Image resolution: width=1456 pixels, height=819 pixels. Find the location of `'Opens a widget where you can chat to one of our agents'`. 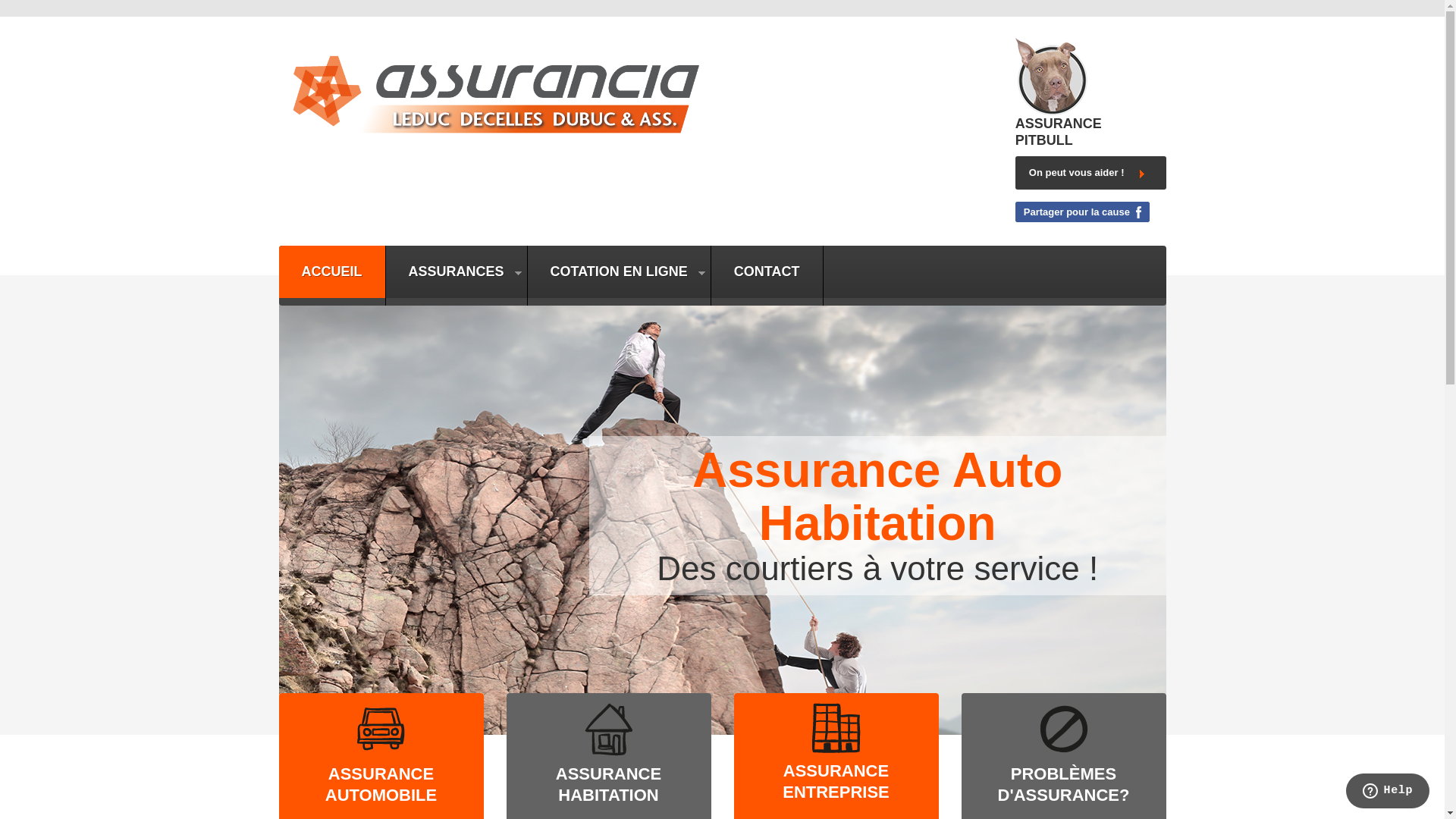

'Opens a widget where you can chat to one of our agents' is located at coordinates (1345, 792).